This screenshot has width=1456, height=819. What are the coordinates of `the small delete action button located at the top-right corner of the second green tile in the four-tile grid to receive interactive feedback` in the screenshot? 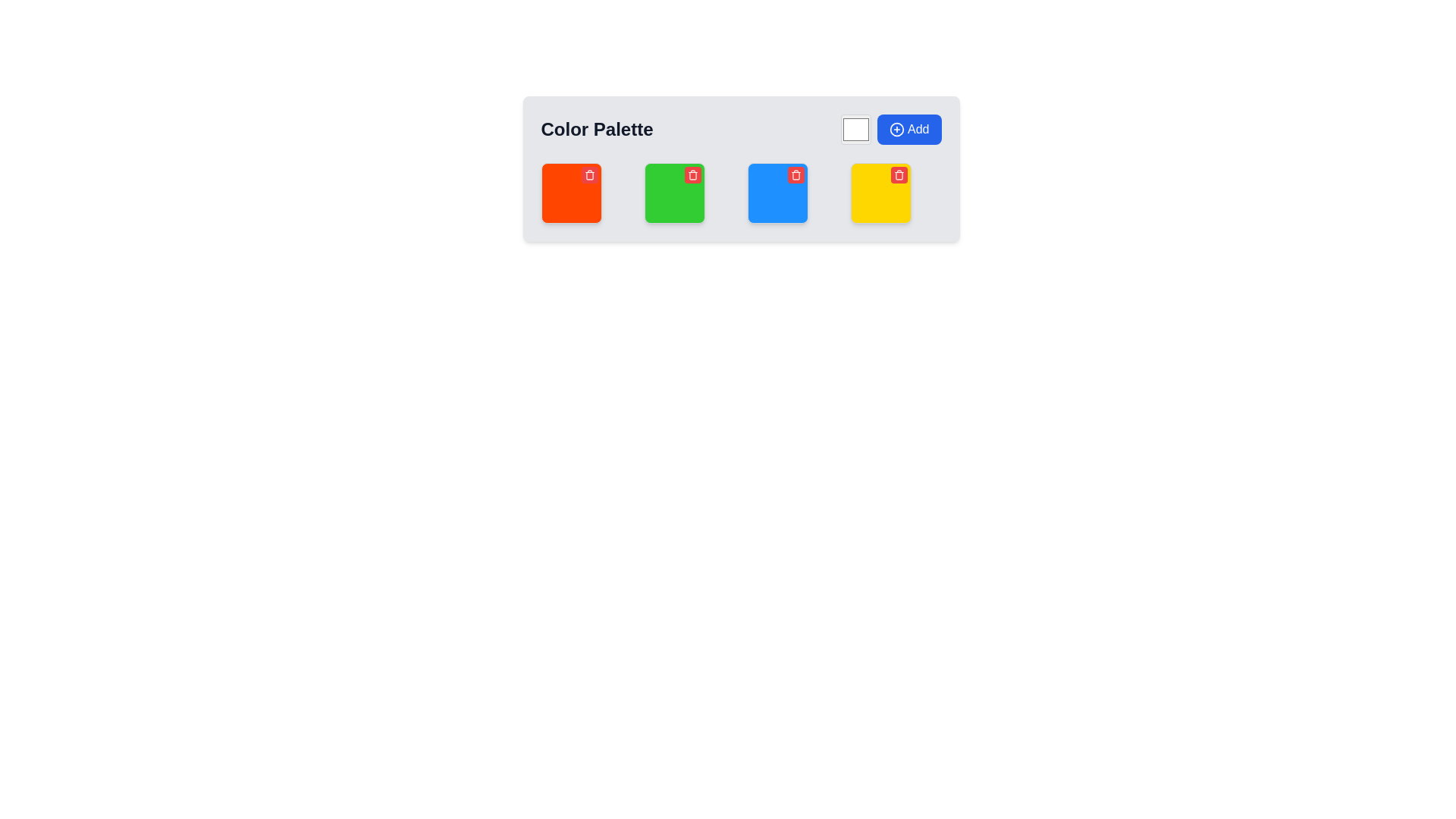 It's located at (692, 174).